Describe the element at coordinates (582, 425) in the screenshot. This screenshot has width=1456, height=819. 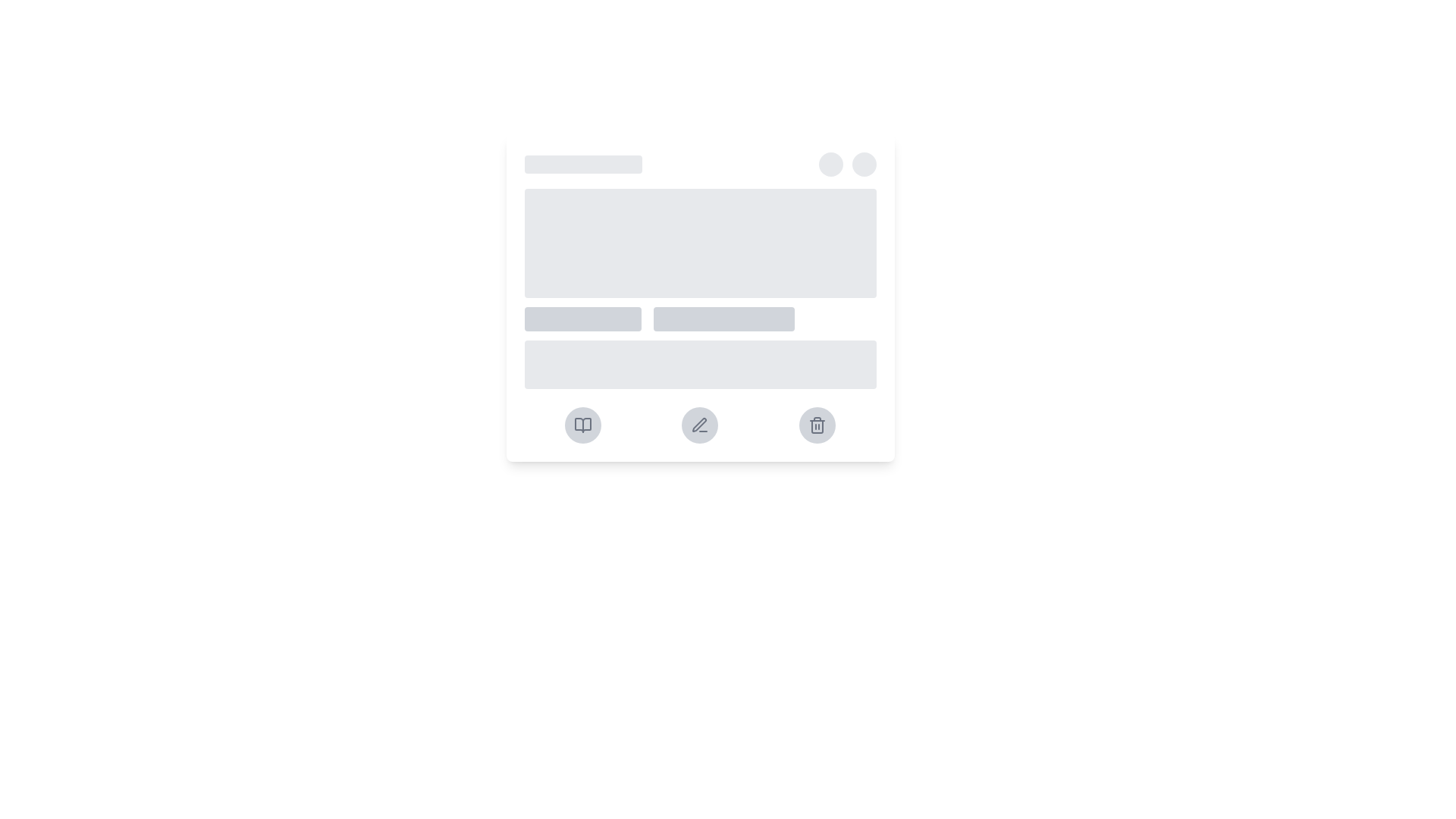
I see `the open book icon located within the circular button on the left side of the bottom row of three buttons` at that location.